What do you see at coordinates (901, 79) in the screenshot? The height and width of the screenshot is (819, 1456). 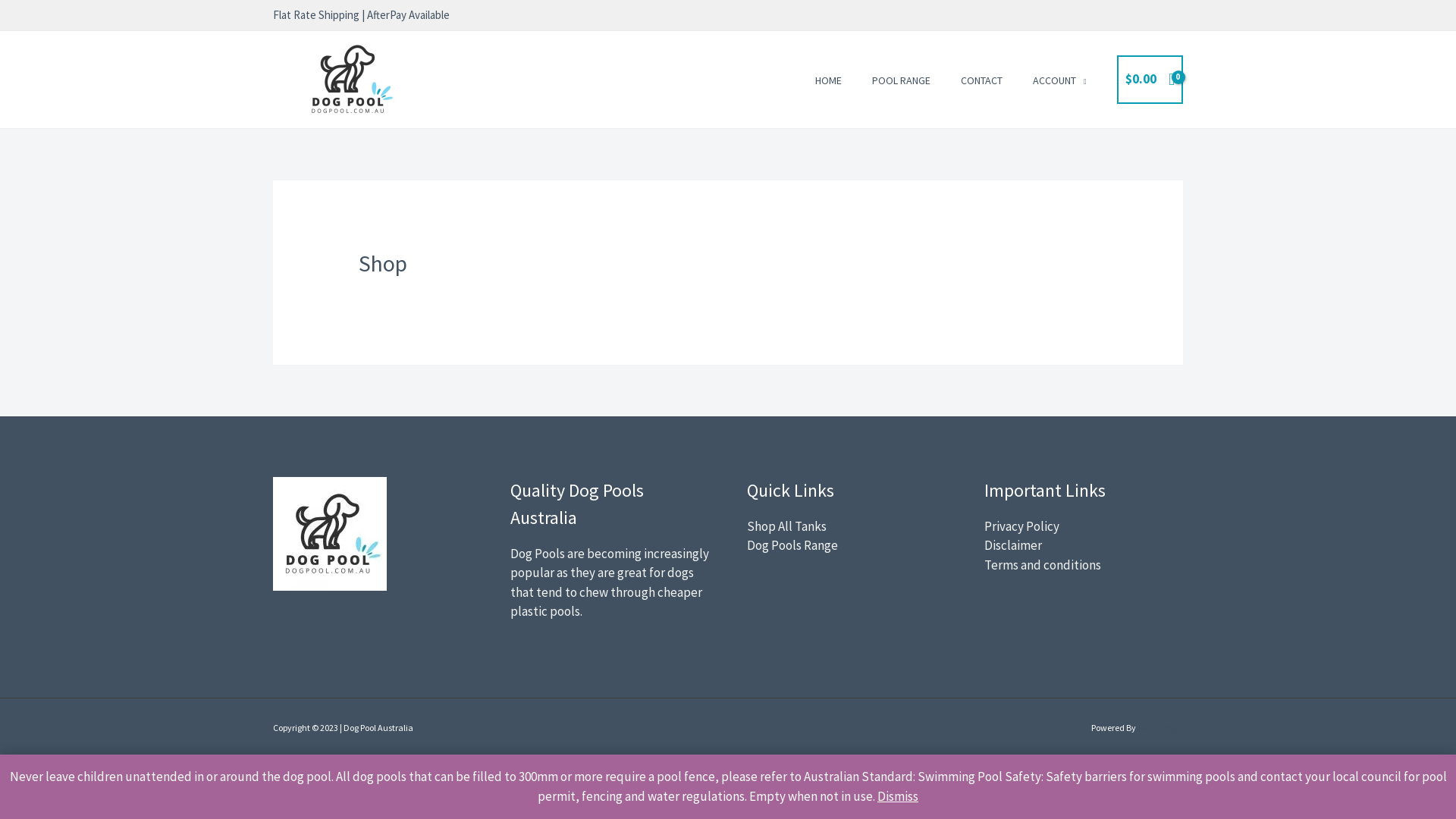 I see `'POOL RANGE'` at bounding box center [901, 79].